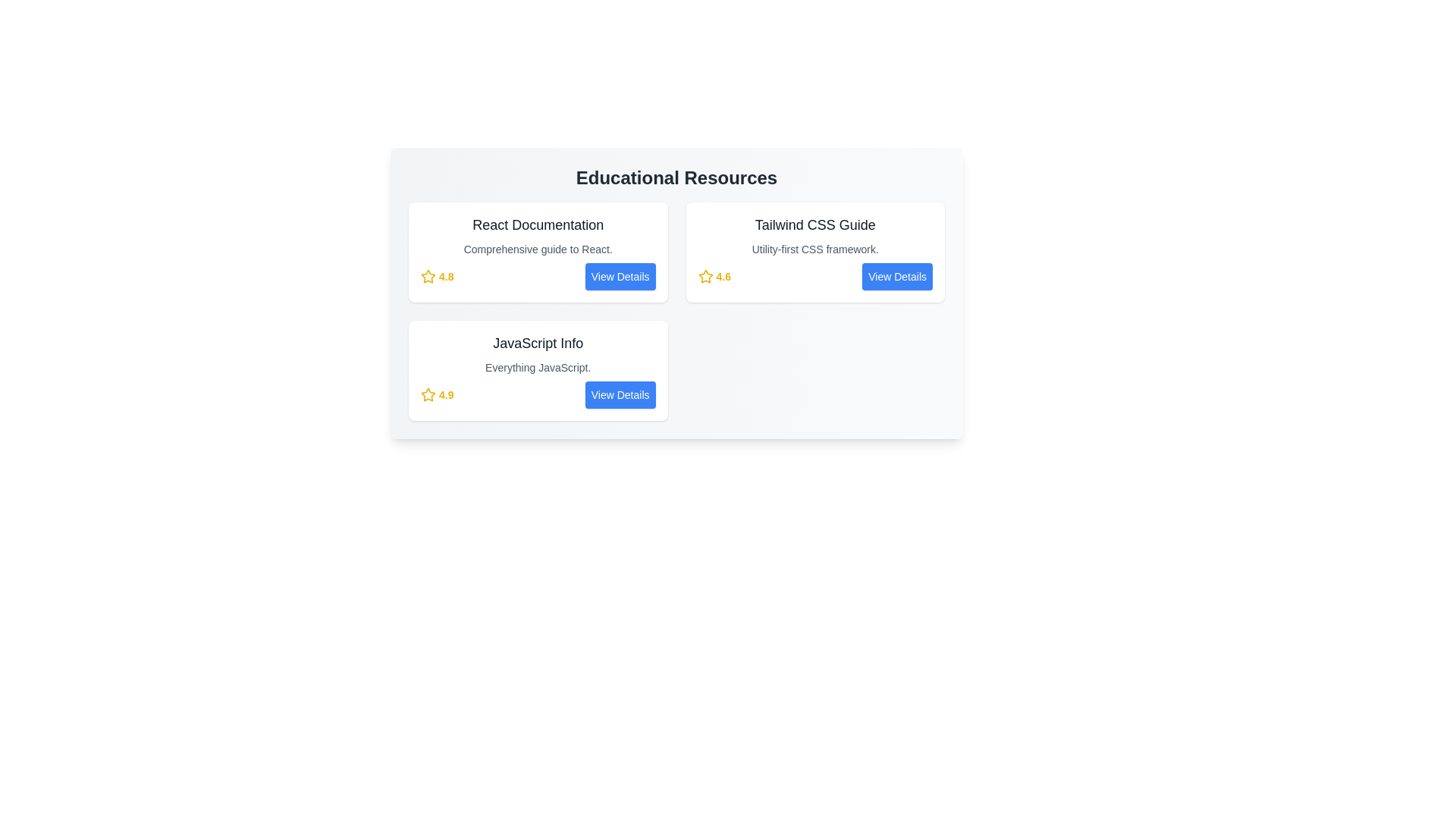  What do you see at coordinates (814, 248) in the screenshot?
I see `the description of the resource titled 'Tailwind CSS Guide'` at bounding box center [814, 248].